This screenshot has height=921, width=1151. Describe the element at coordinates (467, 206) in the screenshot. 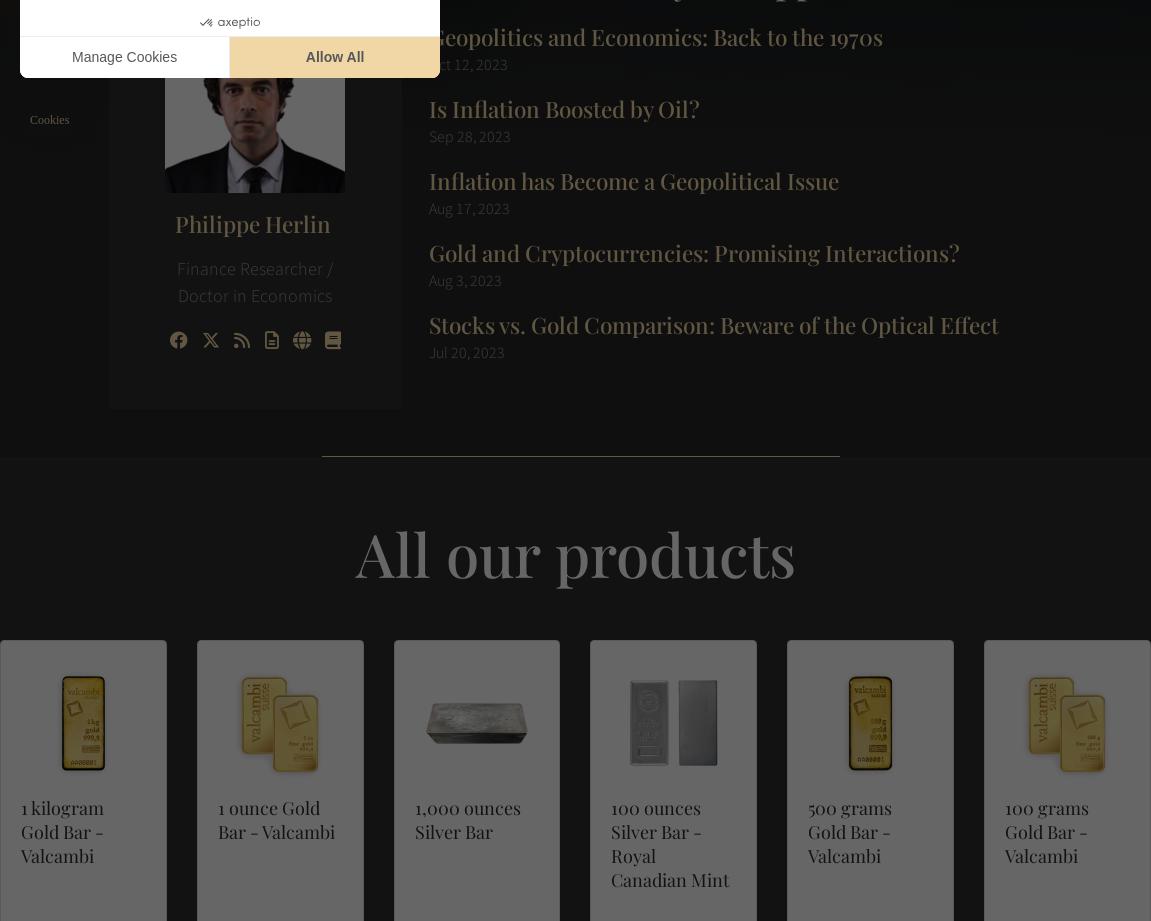

I see `'Aug 17, 2023'` at that location.